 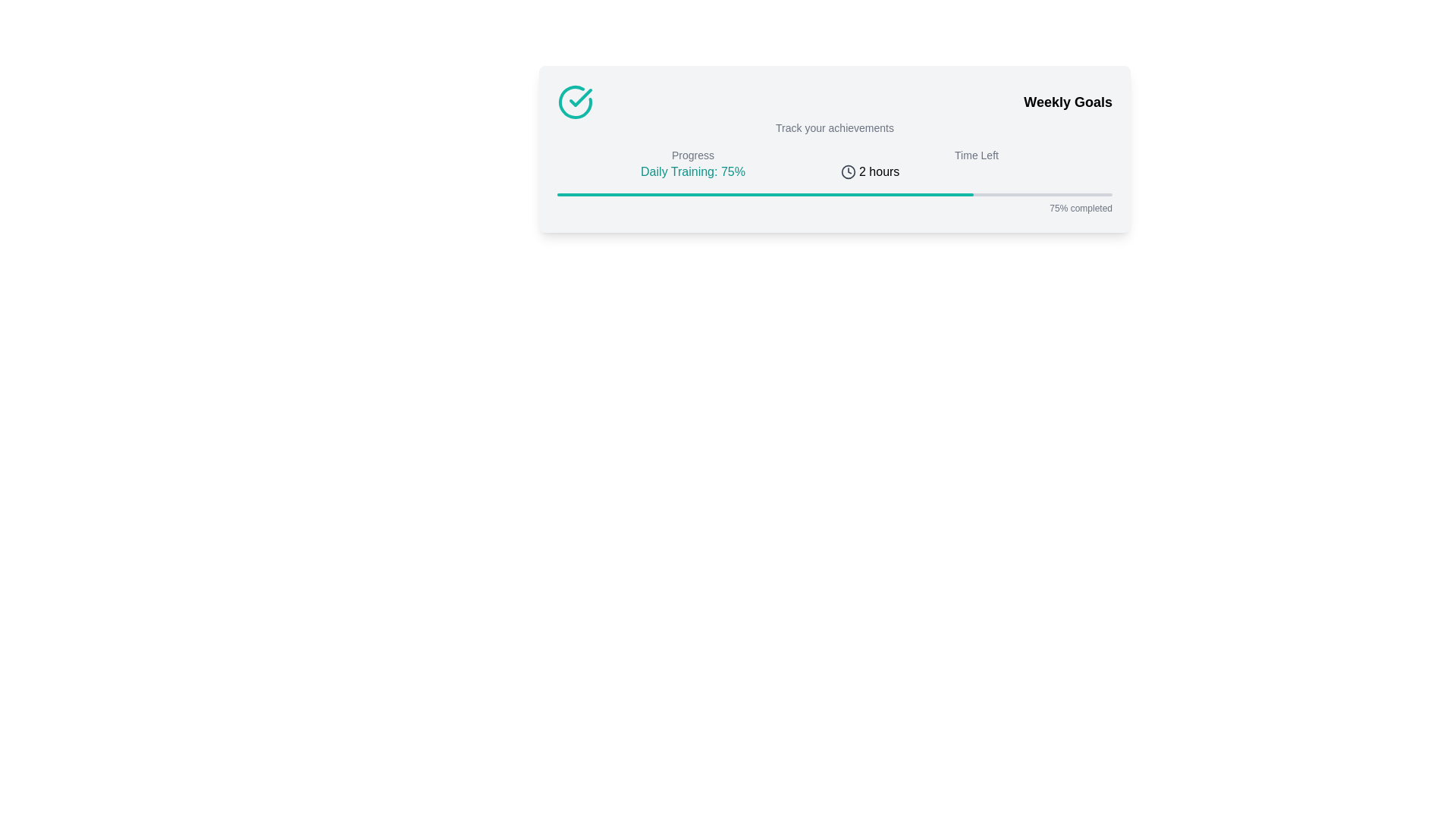 What do you see at coordinates (580, 97) in the screenshot?
I see `the completed state icon located in the upper left quadrant of the card-like UI component` at bounding box center [580, 97].